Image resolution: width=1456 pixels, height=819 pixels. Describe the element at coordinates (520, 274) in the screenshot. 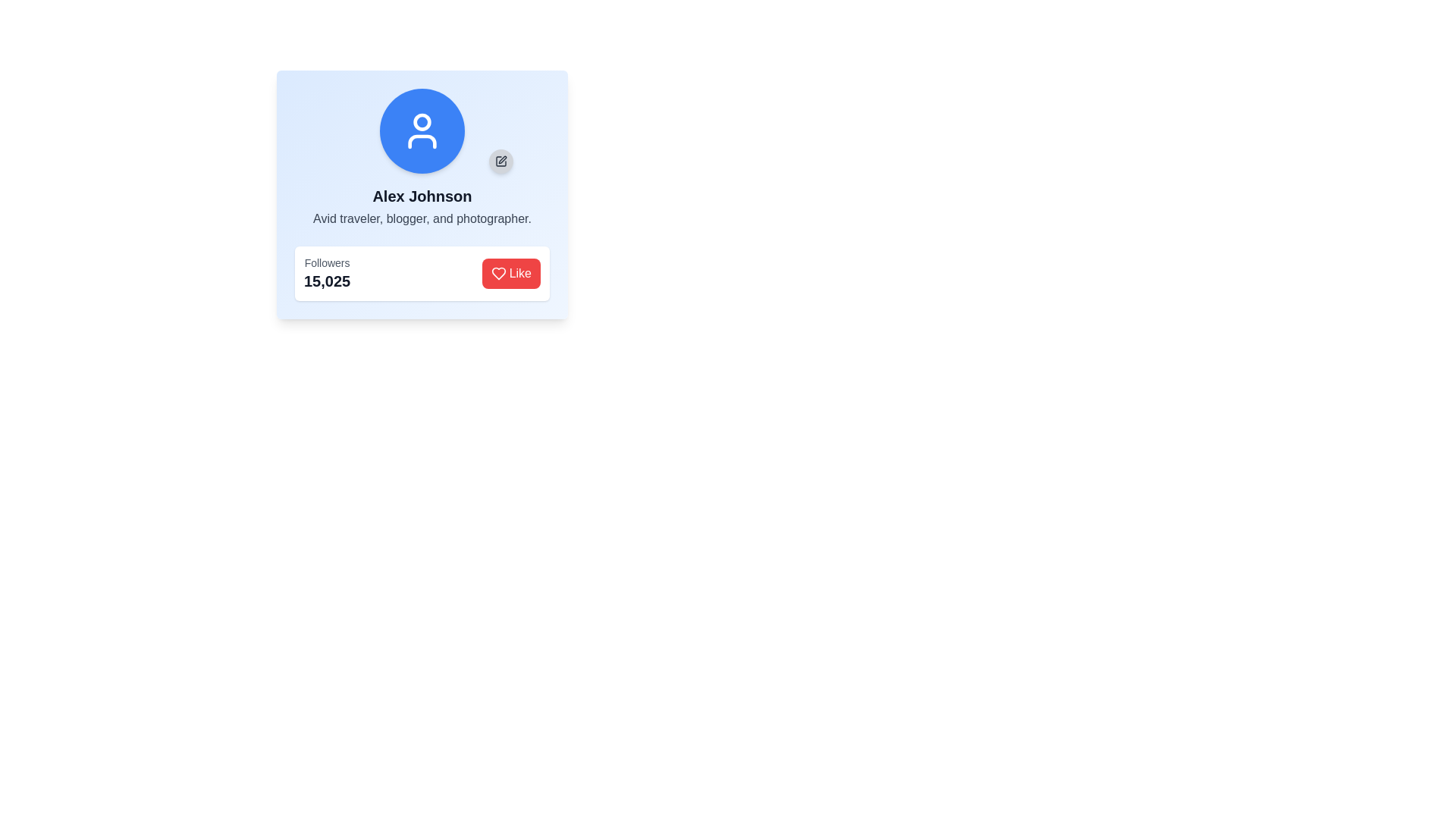

I see `the 'Like' button with a heart icon located at the bottom-right corner of the profile card` at that location.